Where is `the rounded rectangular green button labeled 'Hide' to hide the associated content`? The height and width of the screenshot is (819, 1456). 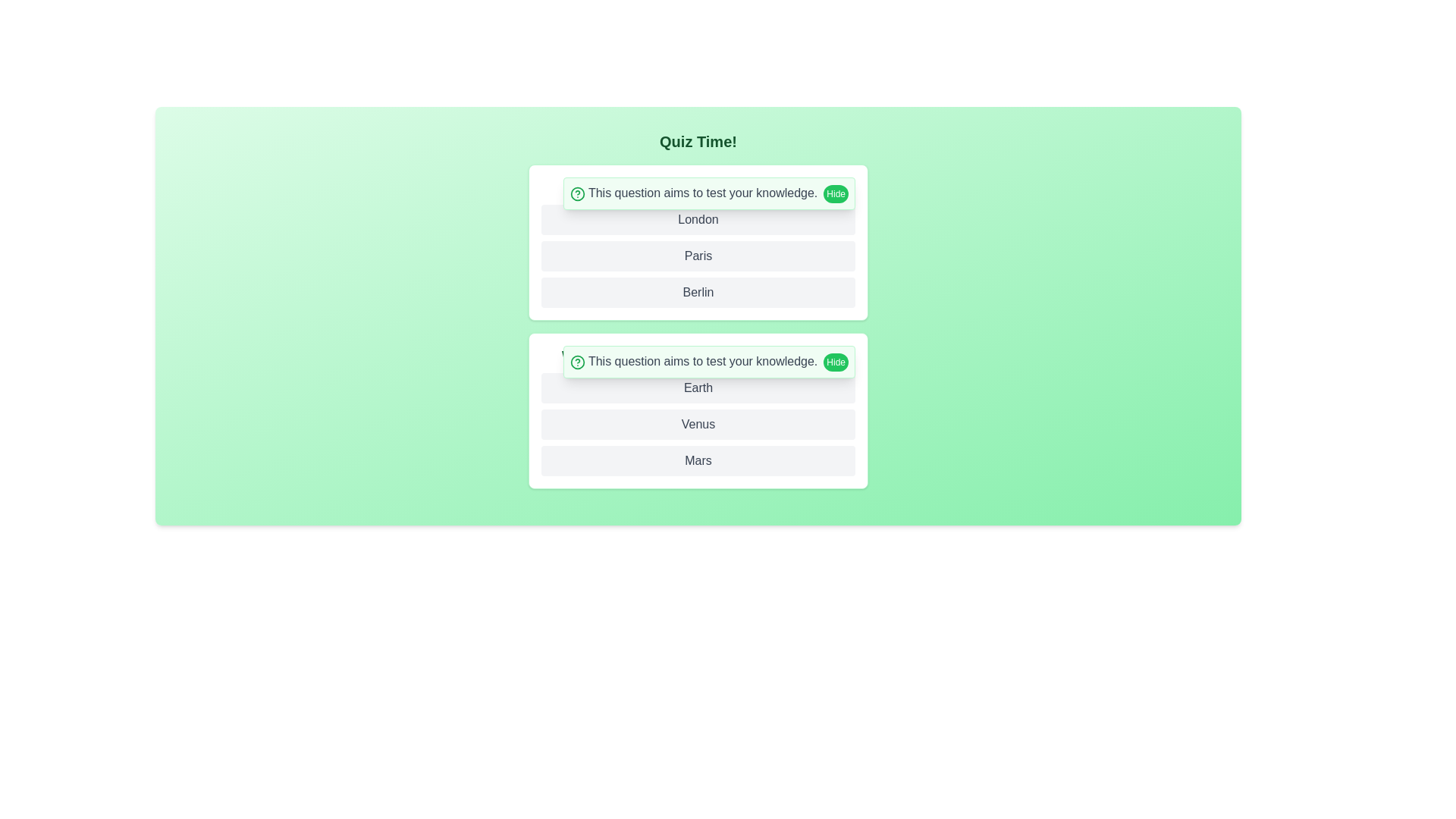 the rounded rectangular green button labeled 'Hide' to hide the associated content is located at coordinates (835, 193).